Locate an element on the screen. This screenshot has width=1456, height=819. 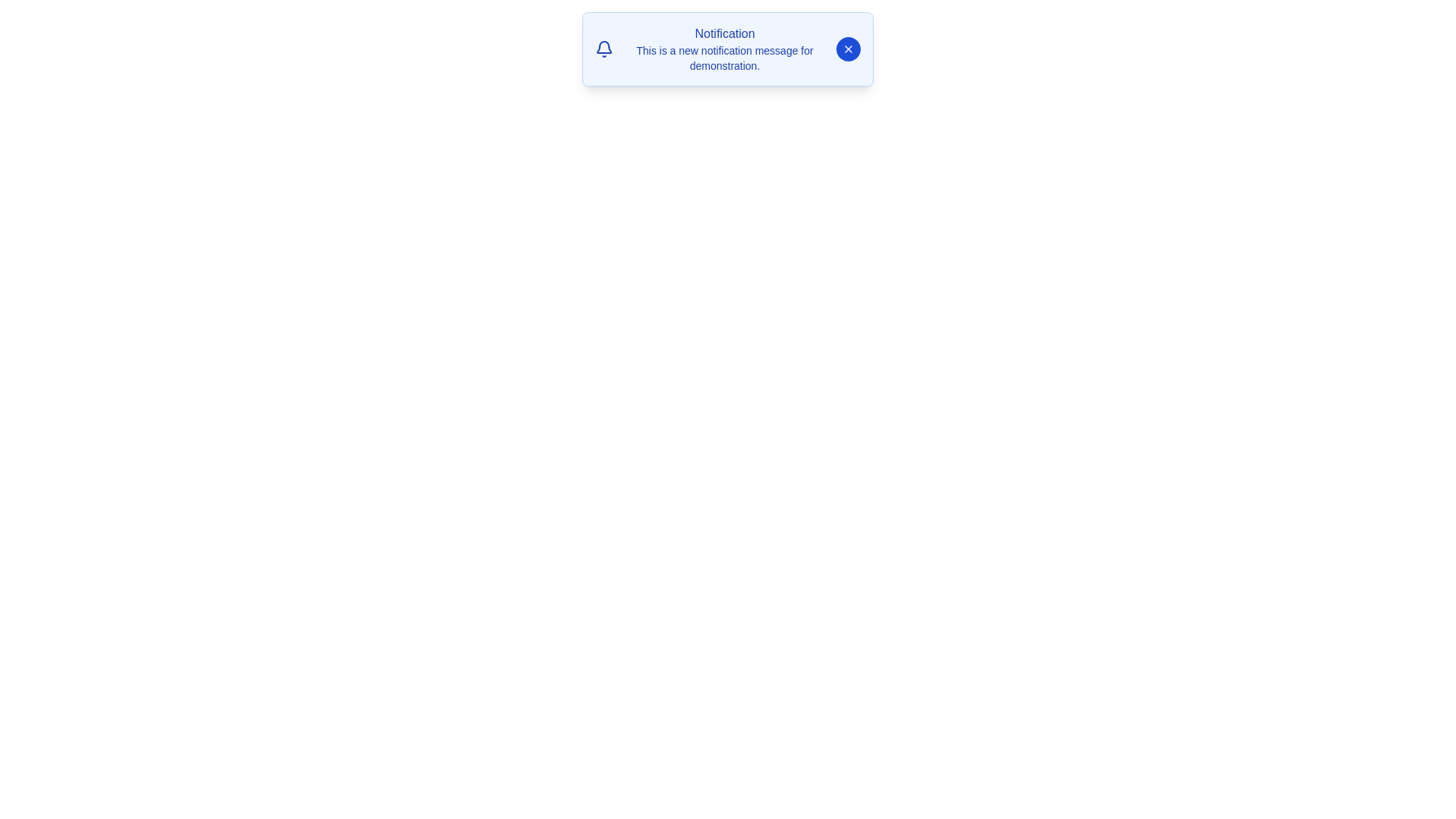
the bell-shaped icon with a blue outline located to the left of the 'Notification' text block is located at coordinates (603, 49).